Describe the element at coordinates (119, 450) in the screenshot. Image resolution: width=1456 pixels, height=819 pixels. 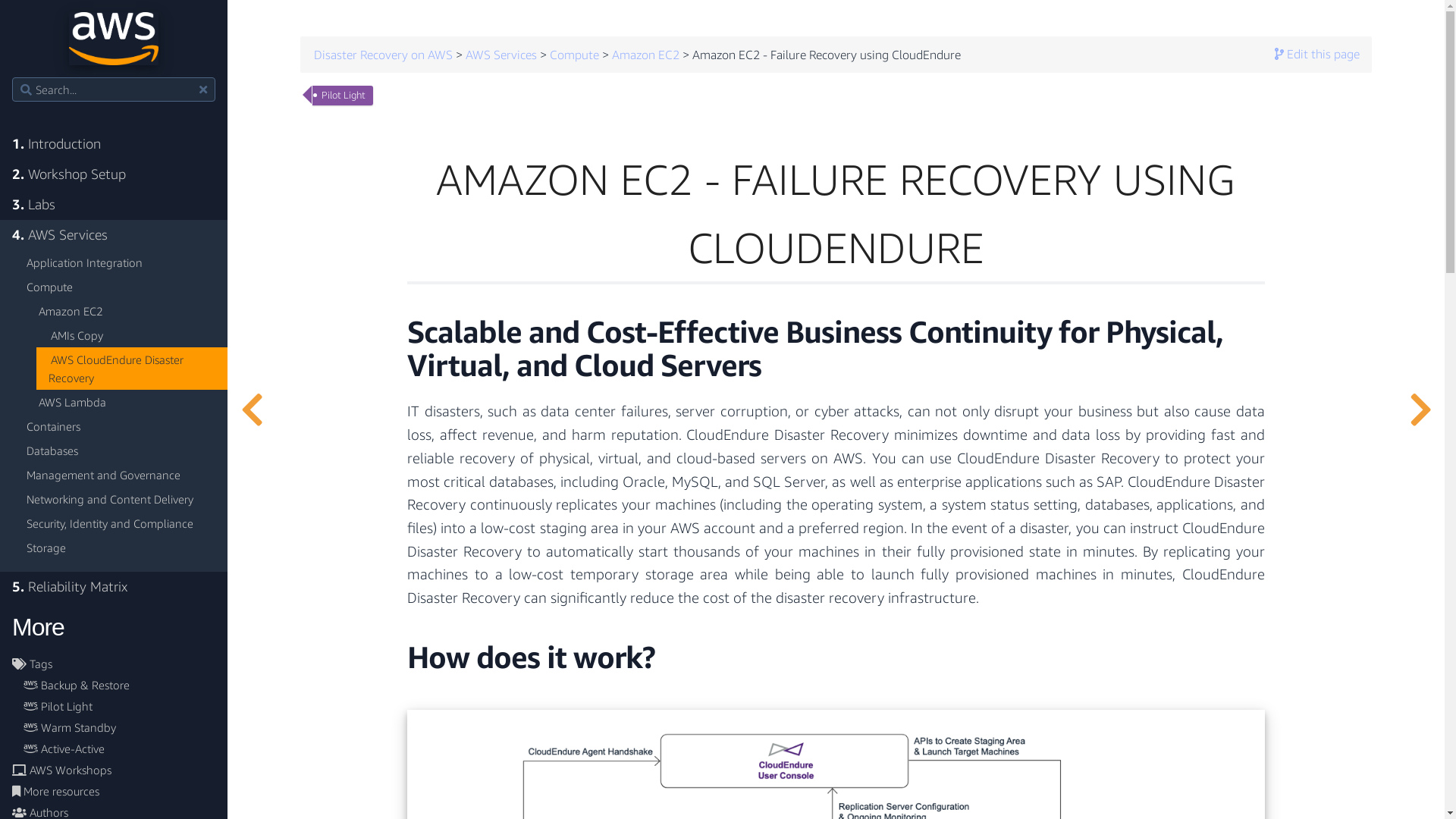
I see `'Databases'` at that location.